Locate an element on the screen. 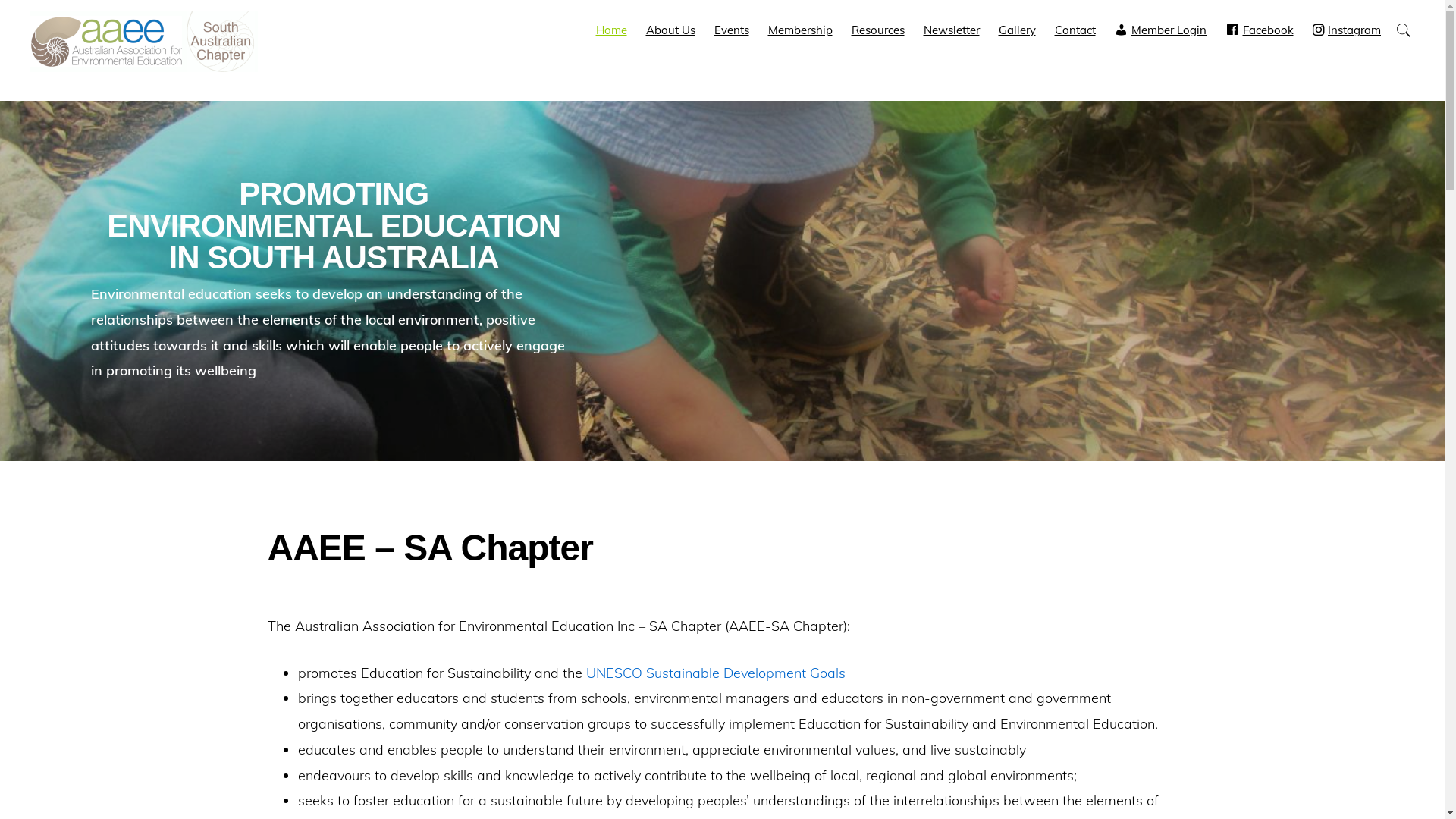  'Facebook' is located at coordinates (1218, 30).